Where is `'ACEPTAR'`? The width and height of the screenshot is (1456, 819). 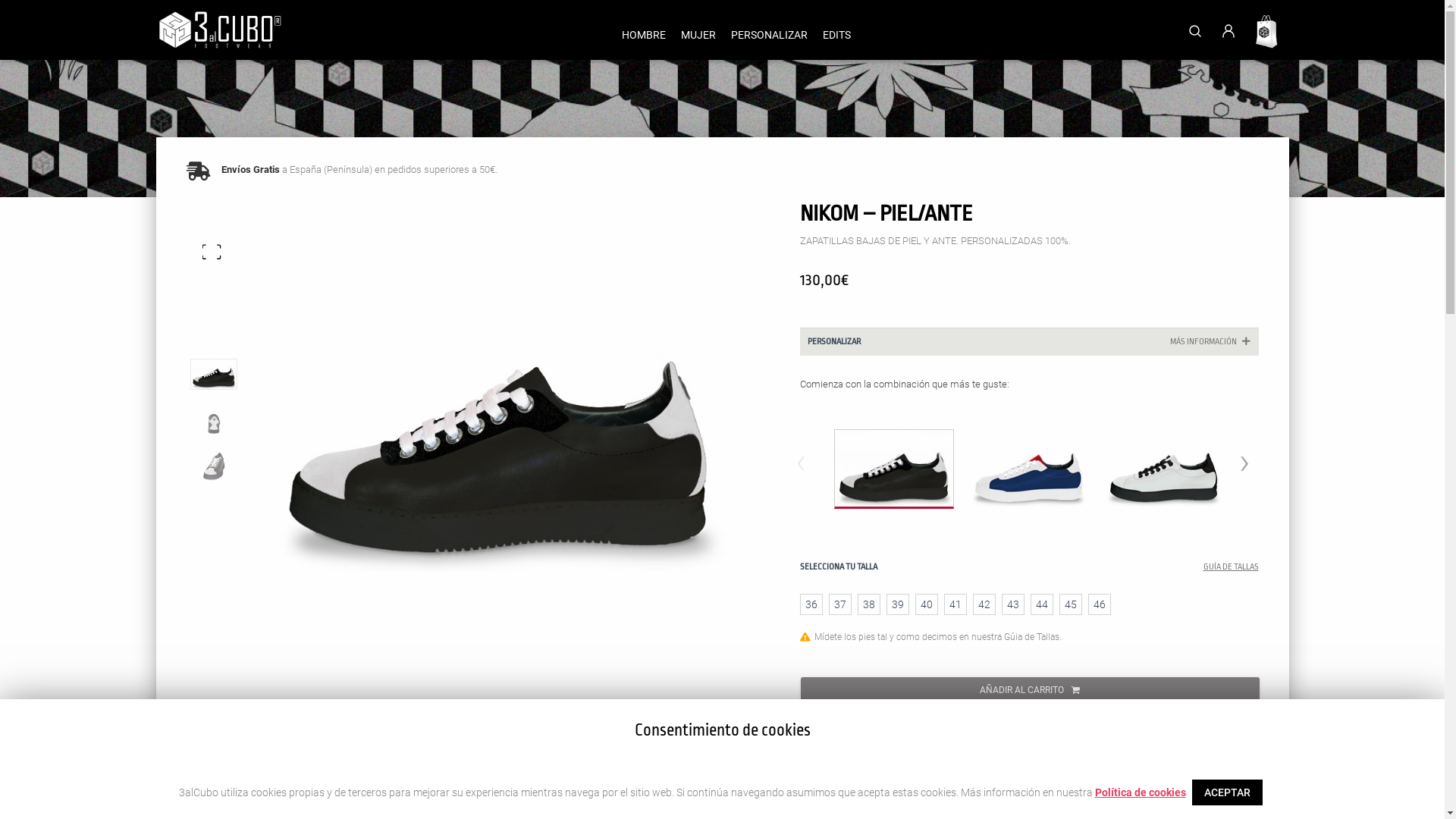
'ACEPTAR' is located at coordinates (1191, 792).